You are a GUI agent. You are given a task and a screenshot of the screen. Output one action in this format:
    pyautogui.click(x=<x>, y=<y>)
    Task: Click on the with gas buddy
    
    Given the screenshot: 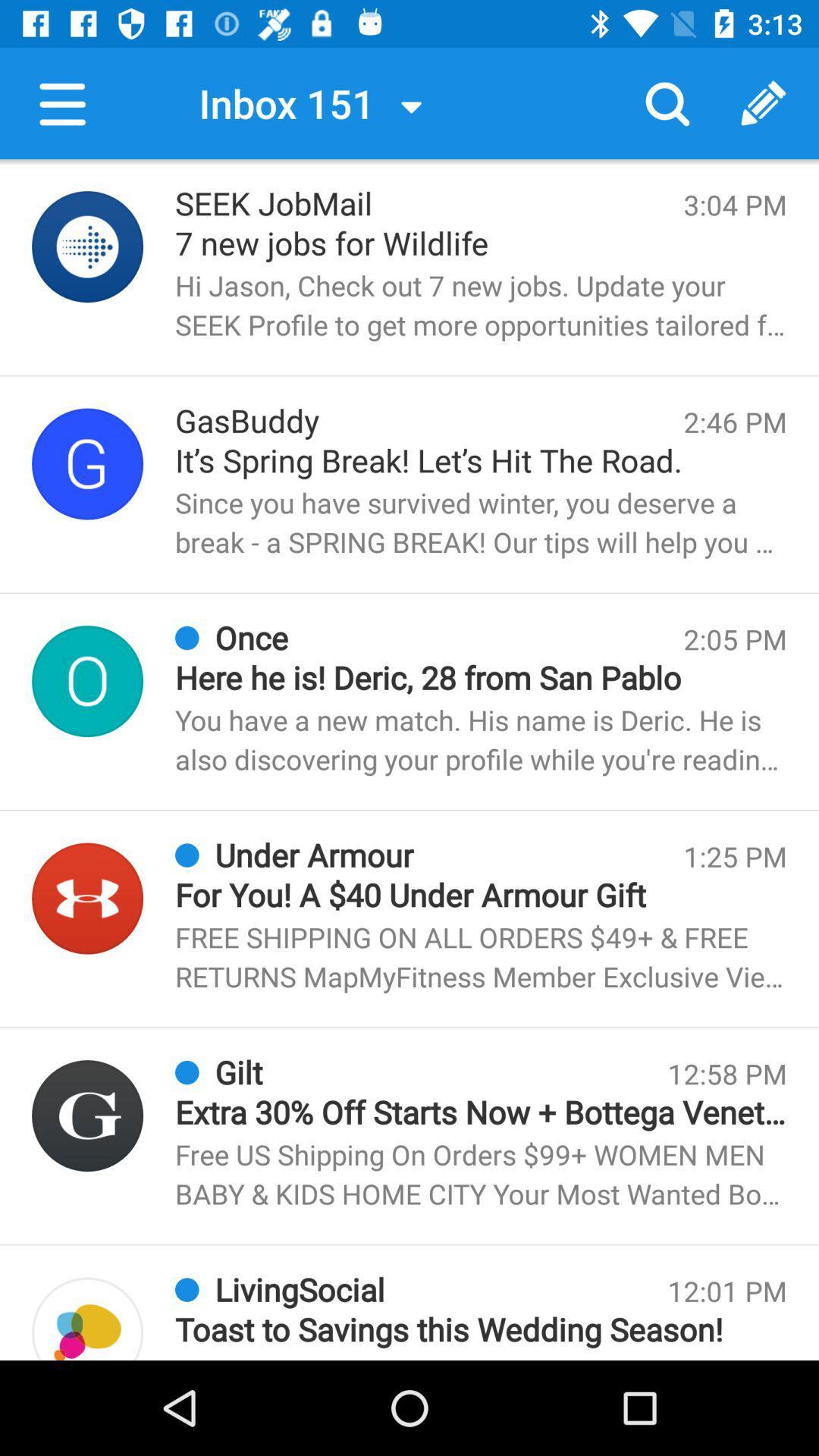 What is the action you would take?
    pyautogui.click(x=87, y=463)
    